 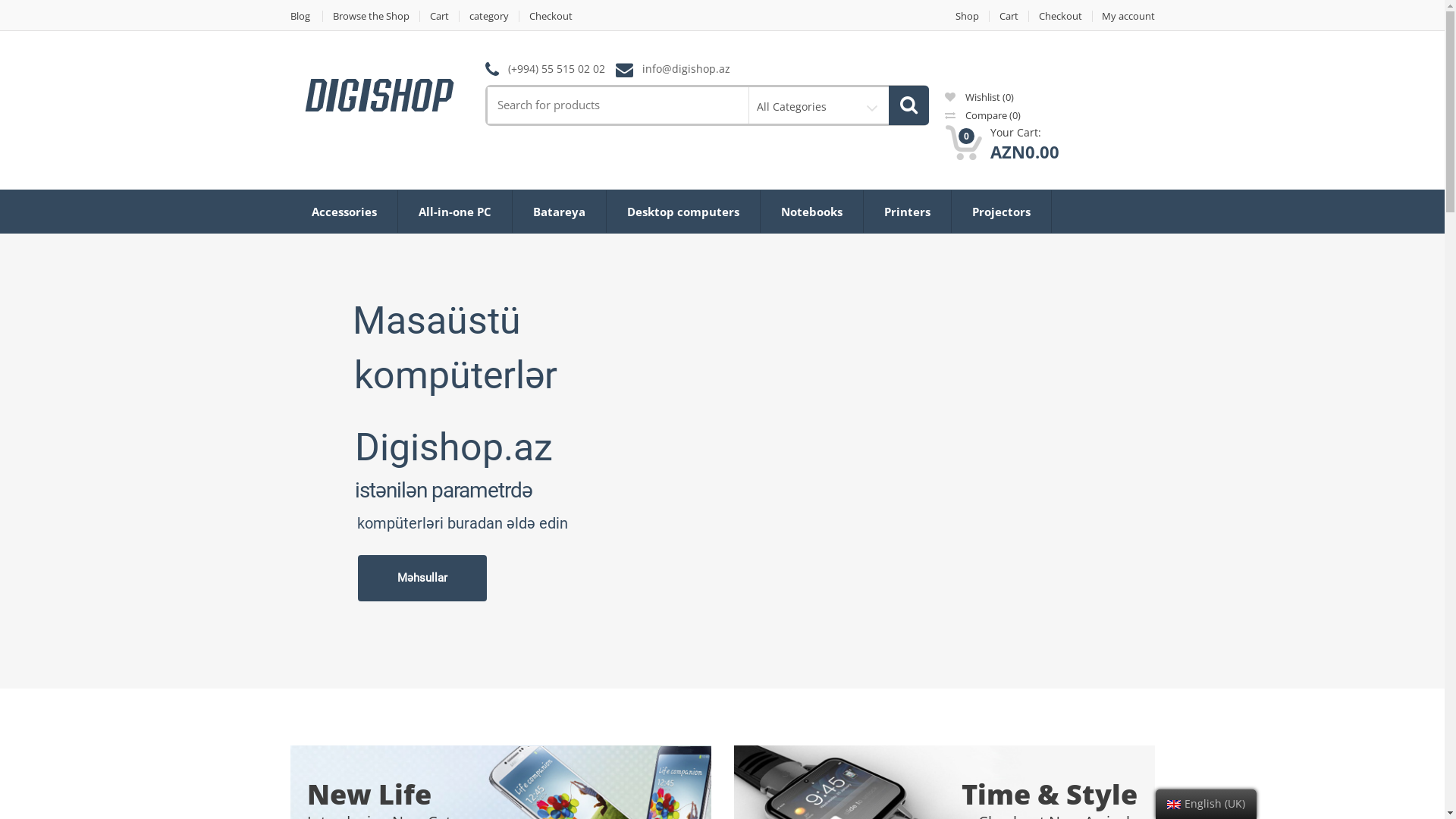 I want to click on 'Blog', so click(x=305, y=16).